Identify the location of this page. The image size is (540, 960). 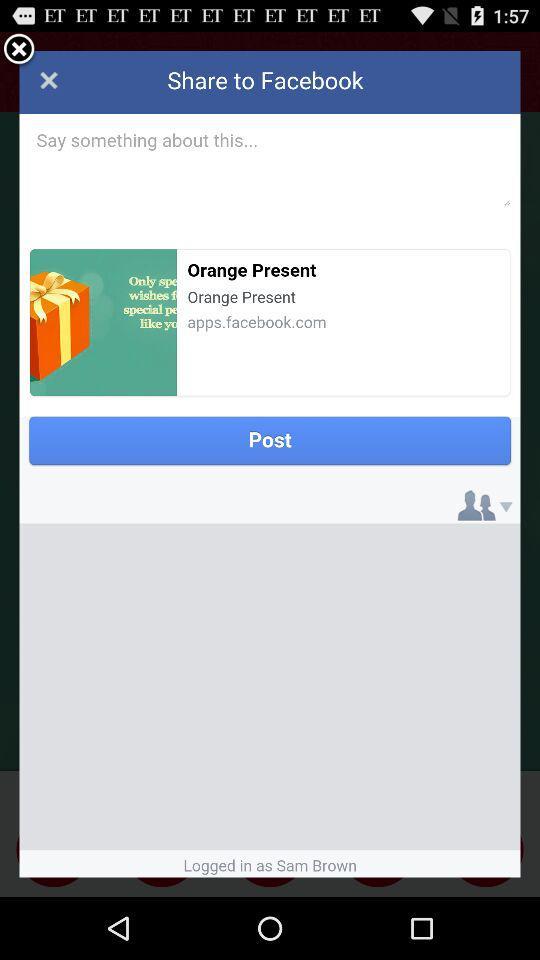
(270, 464).